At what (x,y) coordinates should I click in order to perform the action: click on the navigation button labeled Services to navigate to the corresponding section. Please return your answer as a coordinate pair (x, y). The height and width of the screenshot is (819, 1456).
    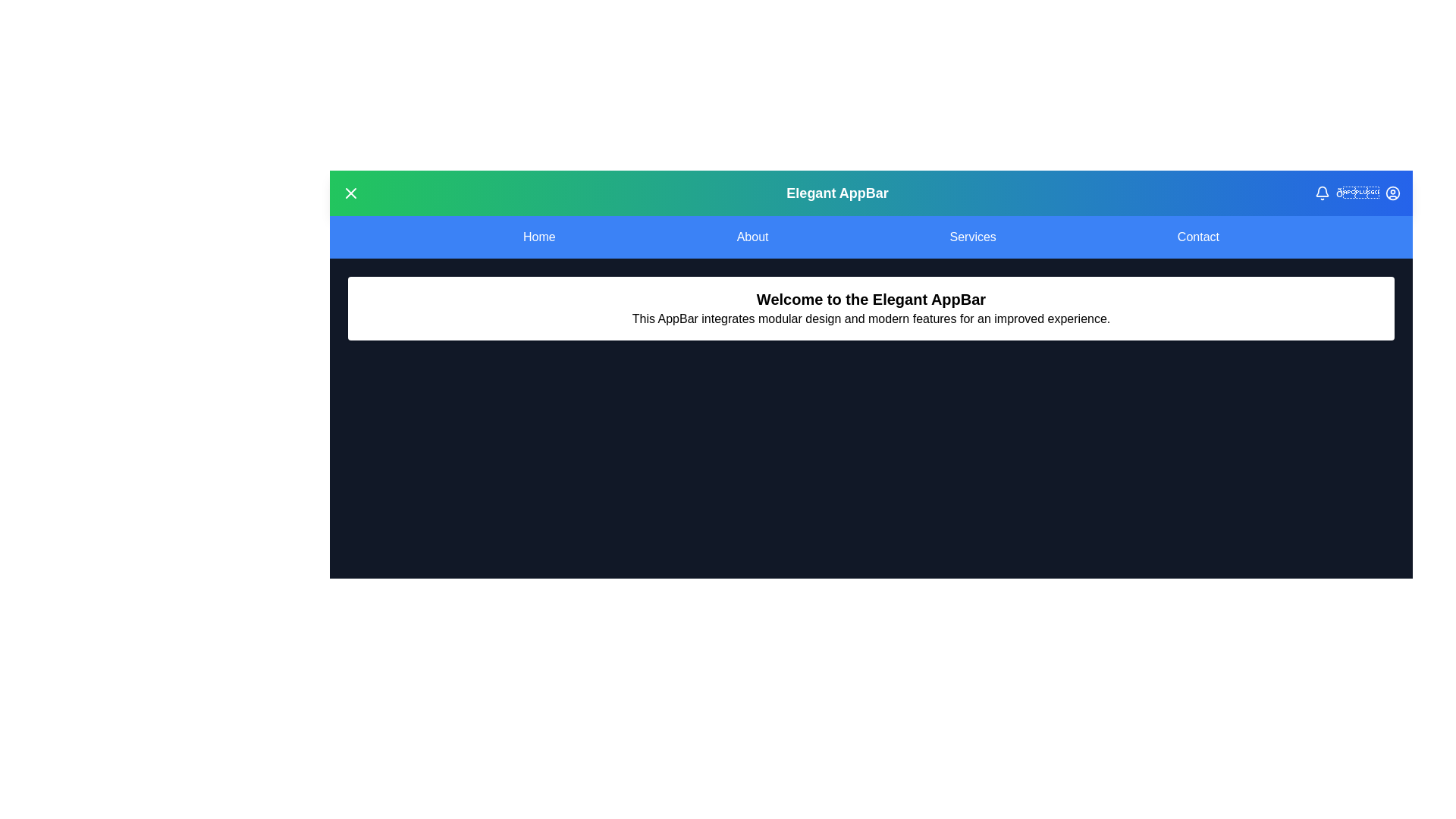
    Looking at the image, I should click on (972, 237).